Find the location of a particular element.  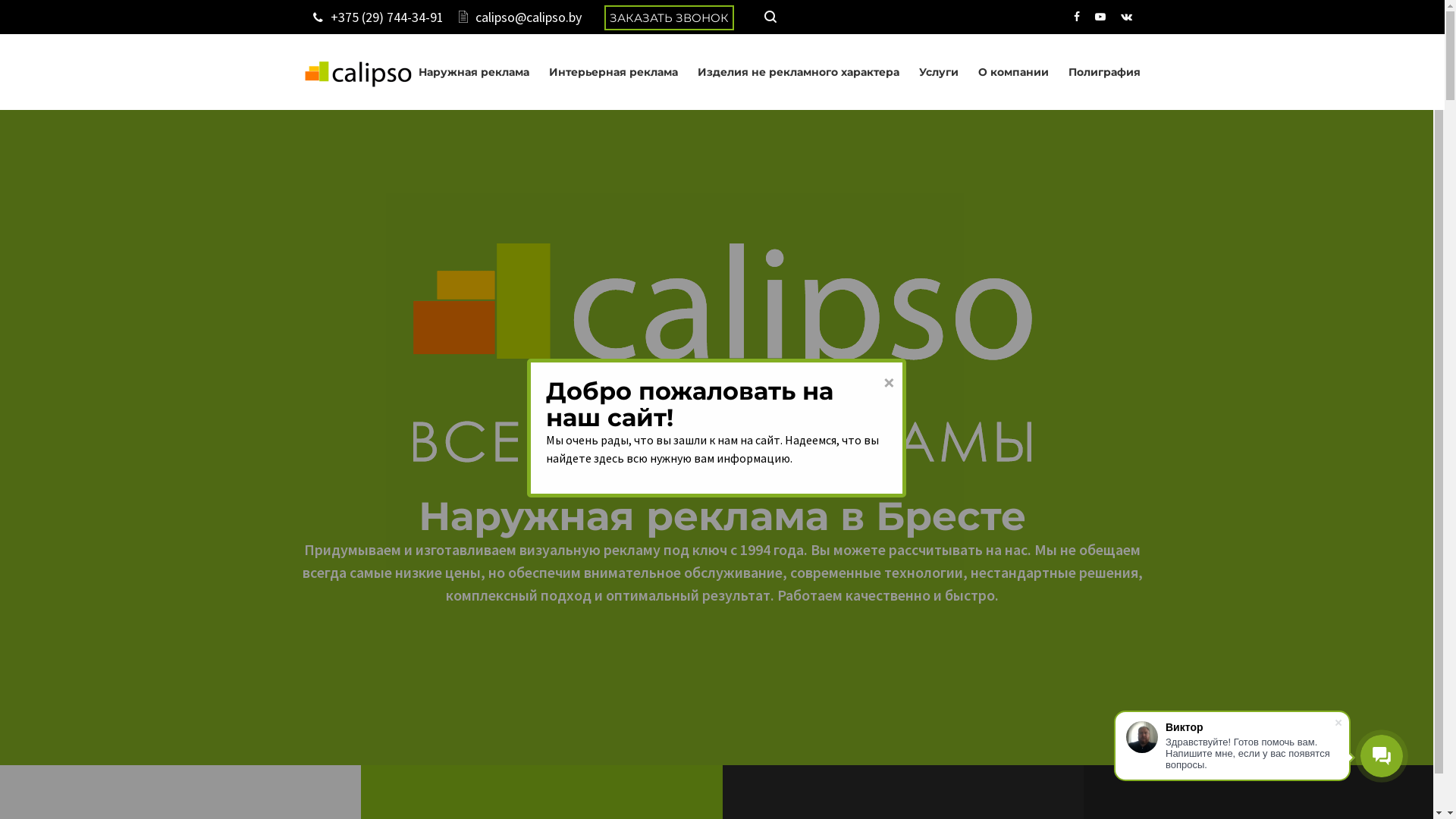

'calipso@calipso.by' is located at coordinates (528, 17).